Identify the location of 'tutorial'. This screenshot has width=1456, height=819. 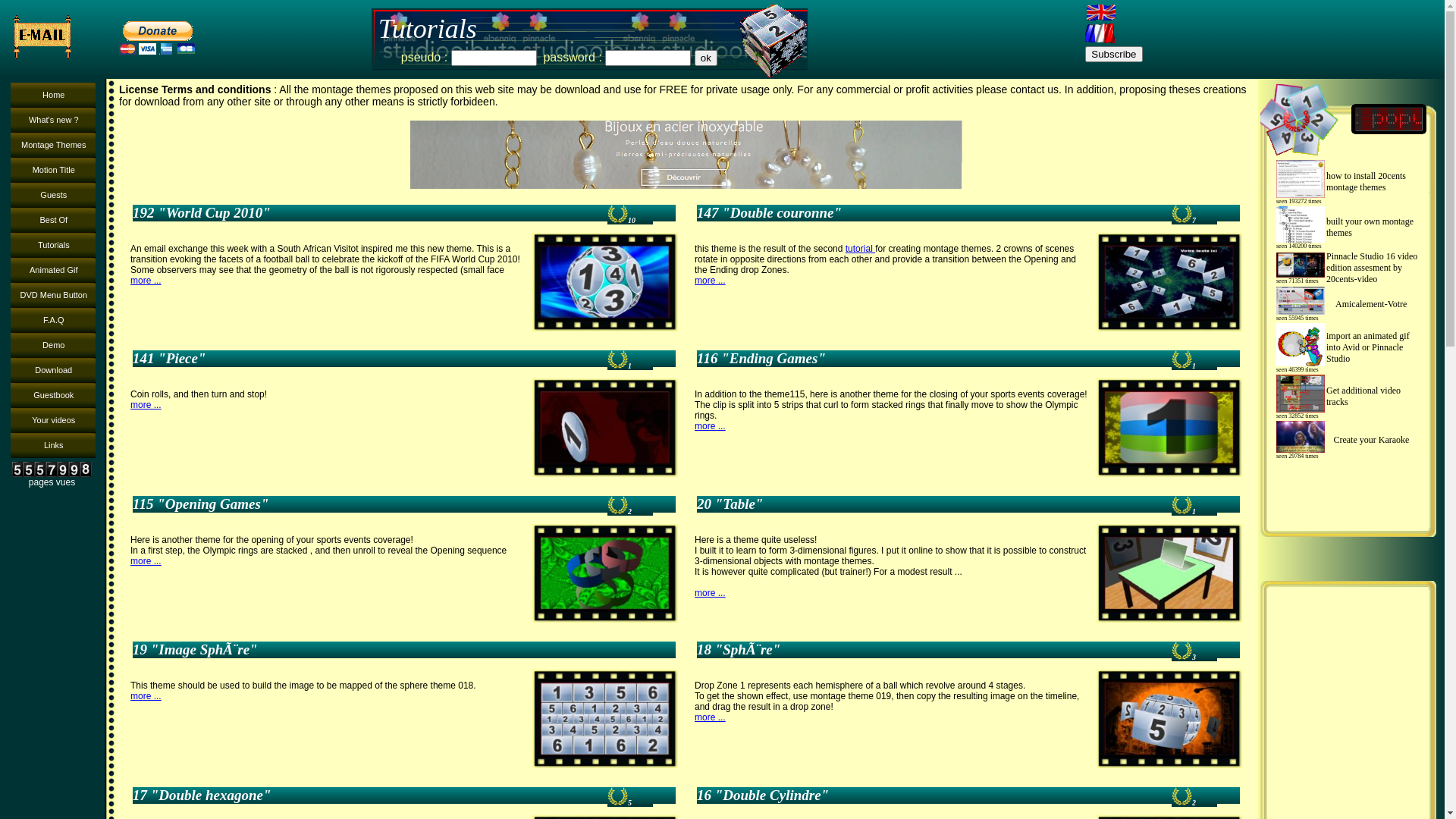
(860, 247).